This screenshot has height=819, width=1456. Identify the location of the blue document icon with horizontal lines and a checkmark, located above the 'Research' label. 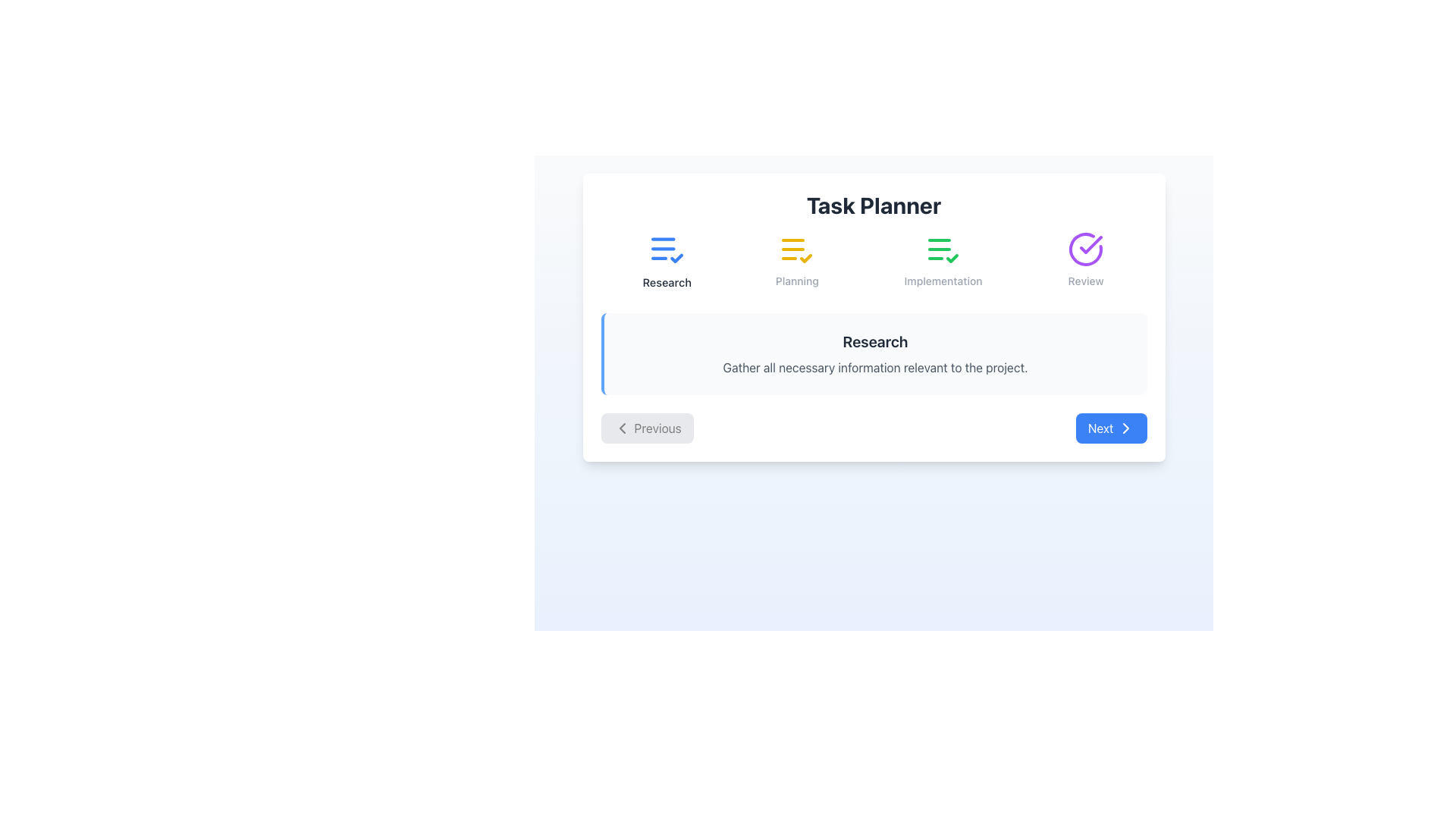
(667, 248).